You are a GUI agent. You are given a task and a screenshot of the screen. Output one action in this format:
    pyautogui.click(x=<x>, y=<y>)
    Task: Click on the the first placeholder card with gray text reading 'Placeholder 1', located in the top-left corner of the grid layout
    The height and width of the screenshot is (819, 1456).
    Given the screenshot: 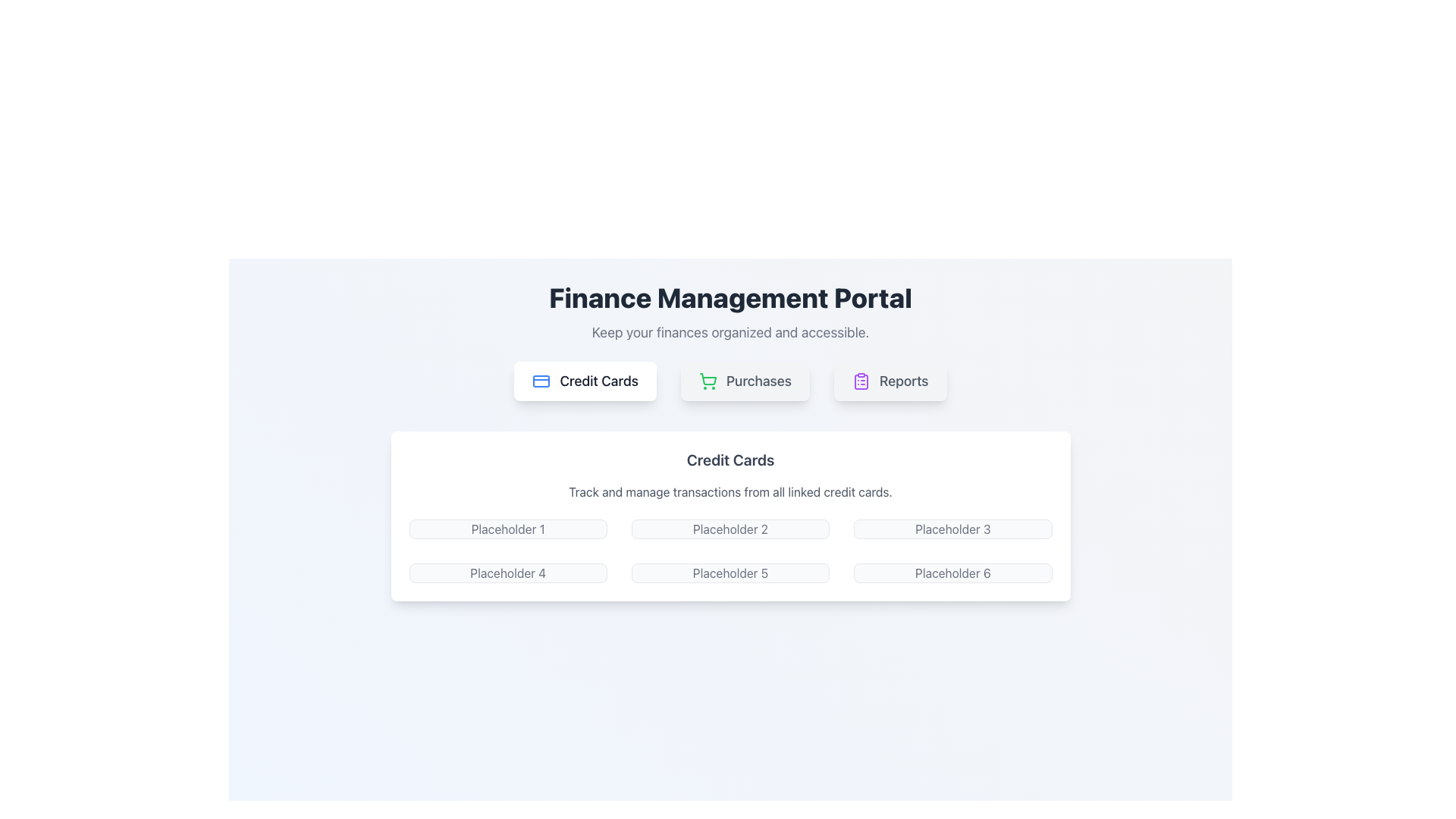 What is the action you would take?
    pyautogui.click(x=508, y=529)
    